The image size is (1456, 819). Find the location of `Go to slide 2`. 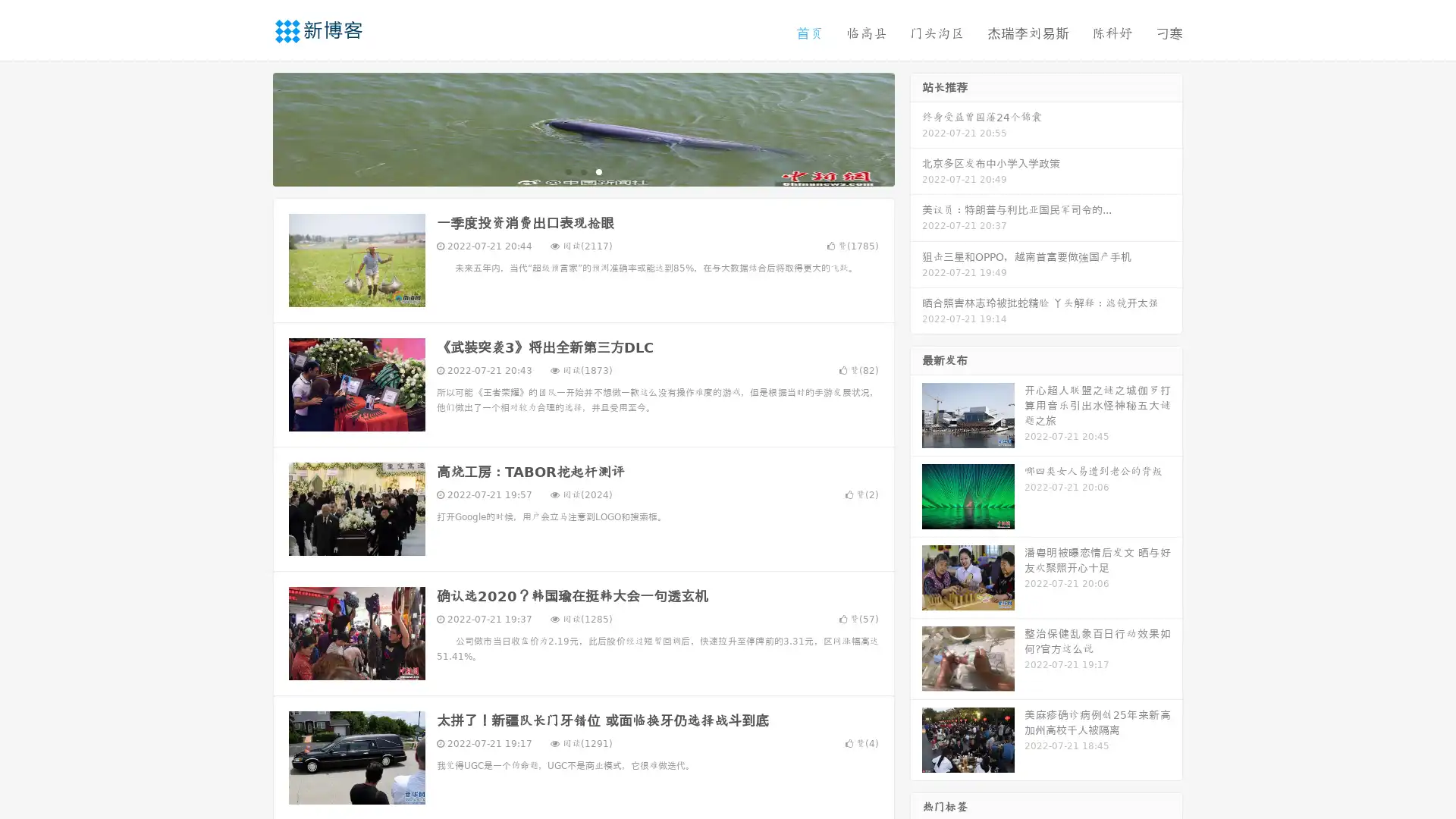

Go to slide 2 is located at coordinates (582, 171).